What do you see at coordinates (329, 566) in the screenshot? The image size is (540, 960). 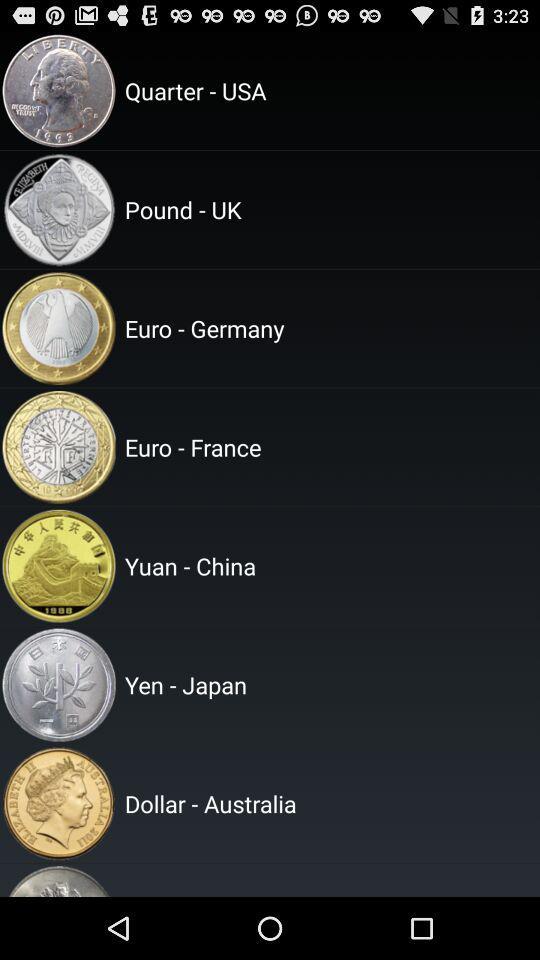 I see `yuan - china item` at bounding box center [329, 566].